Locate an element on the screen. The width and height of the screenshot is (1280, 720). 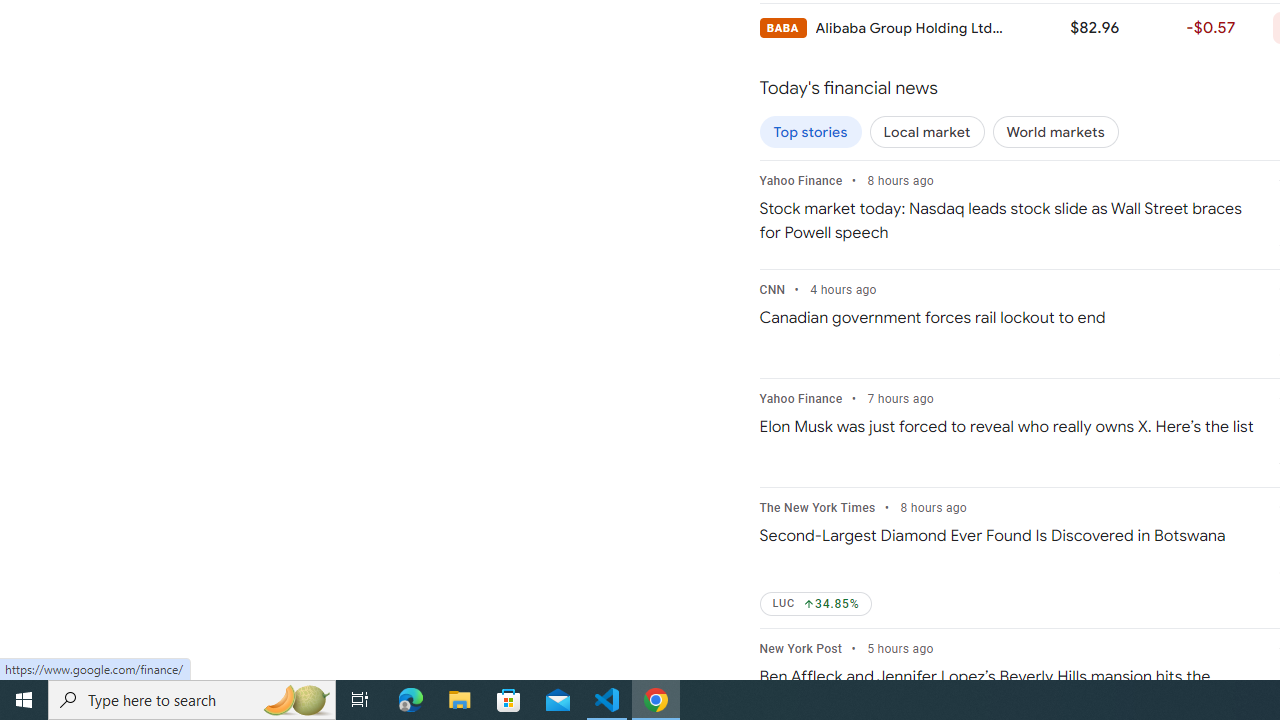
'World markets' is located at coordinates (1054, 132).